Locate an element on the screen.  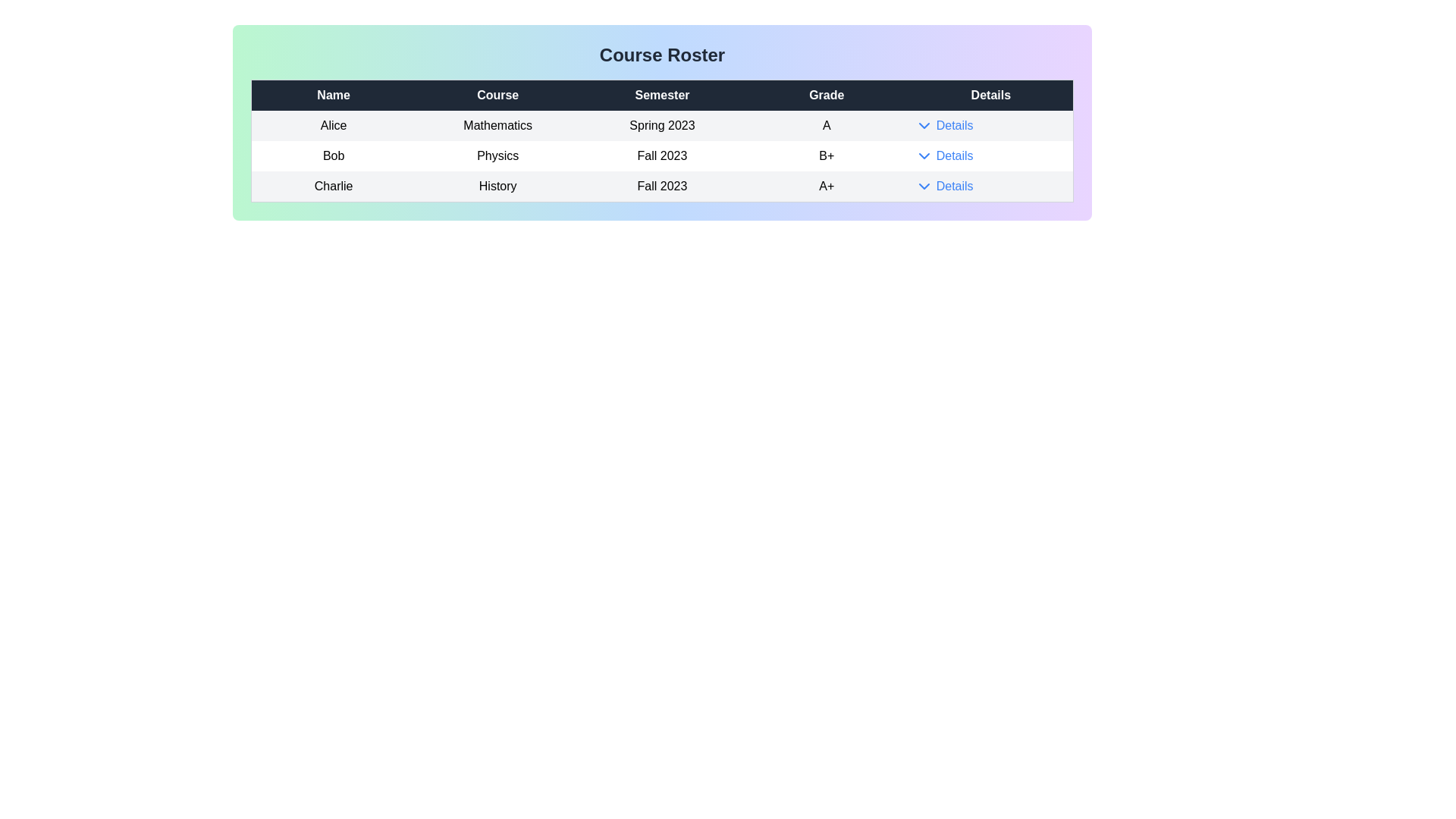
the 'Details' button with a downward arrow icon located in the rightmost column of the last row of the table representing 'Charlie,' 'History,' 'Fall 2023,' and 'A+' is located at coordinates (991, 186).